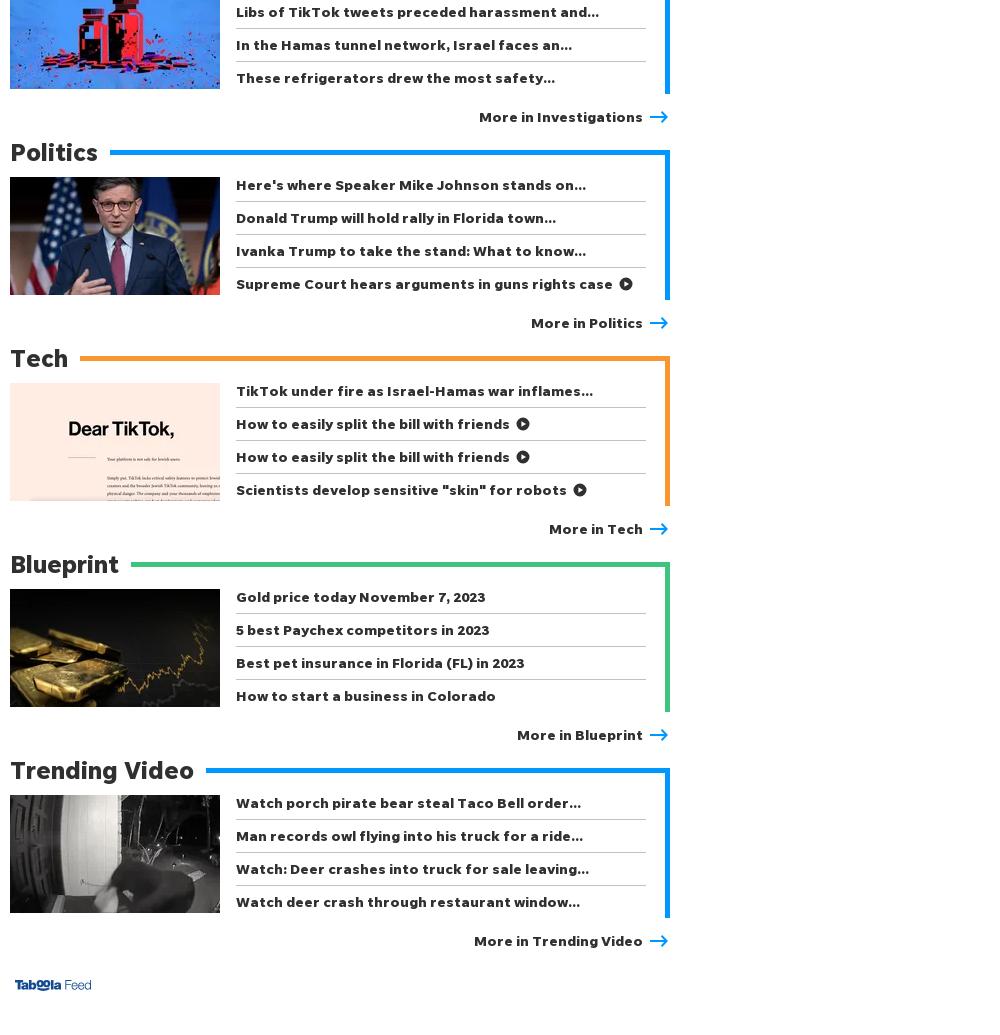 The width and height of the screenshot is (1000, 1035). Describe the element at coordinates (424, 283) in the screenshot. I see `'Supreme Court hears arguments in guns rights case'` at that location.